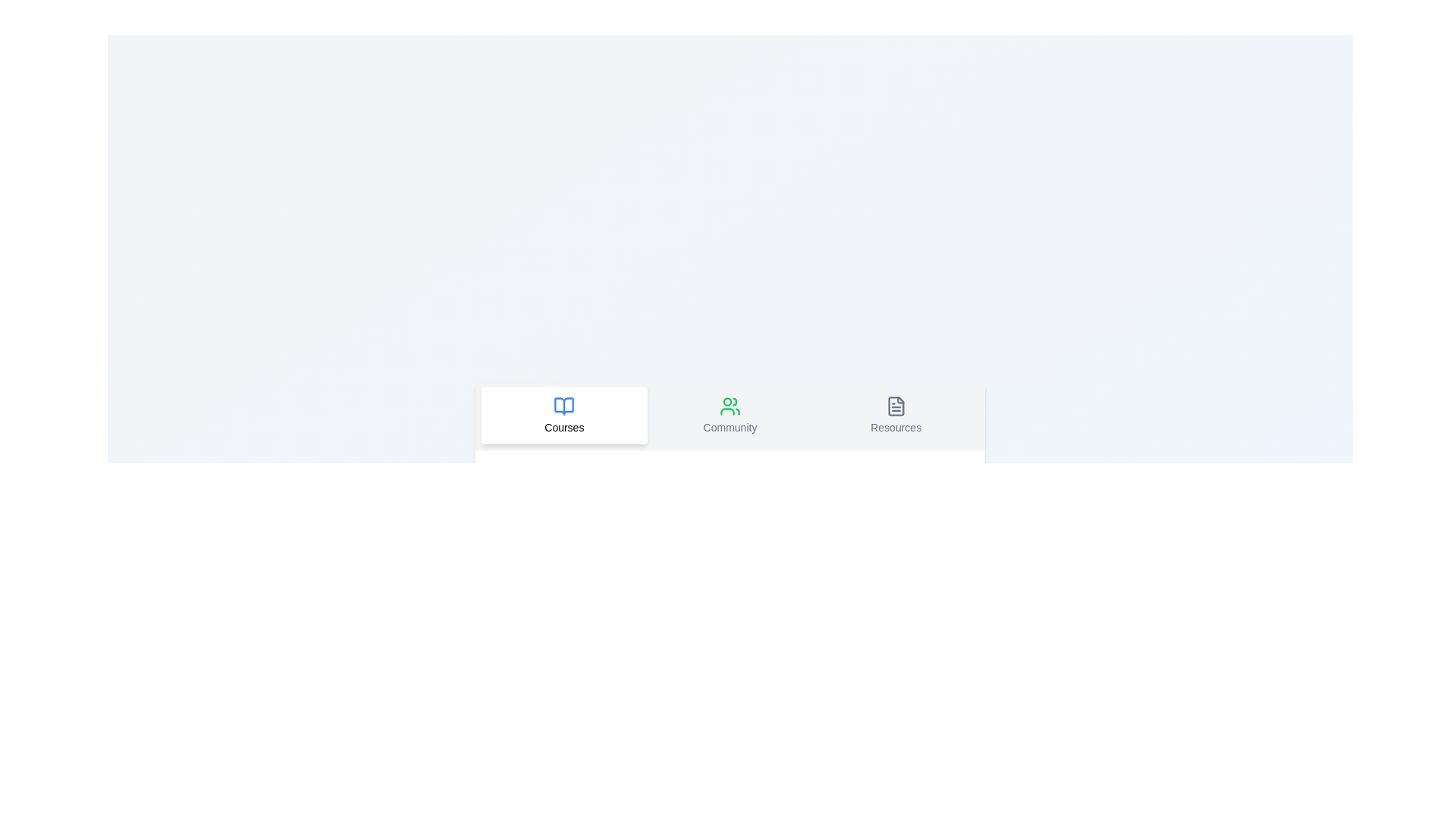  What do you see at coordinates (896, 415) in the screenshot?
I see `the tab Resources to observe its visual change` at bounding box center [896, 415].